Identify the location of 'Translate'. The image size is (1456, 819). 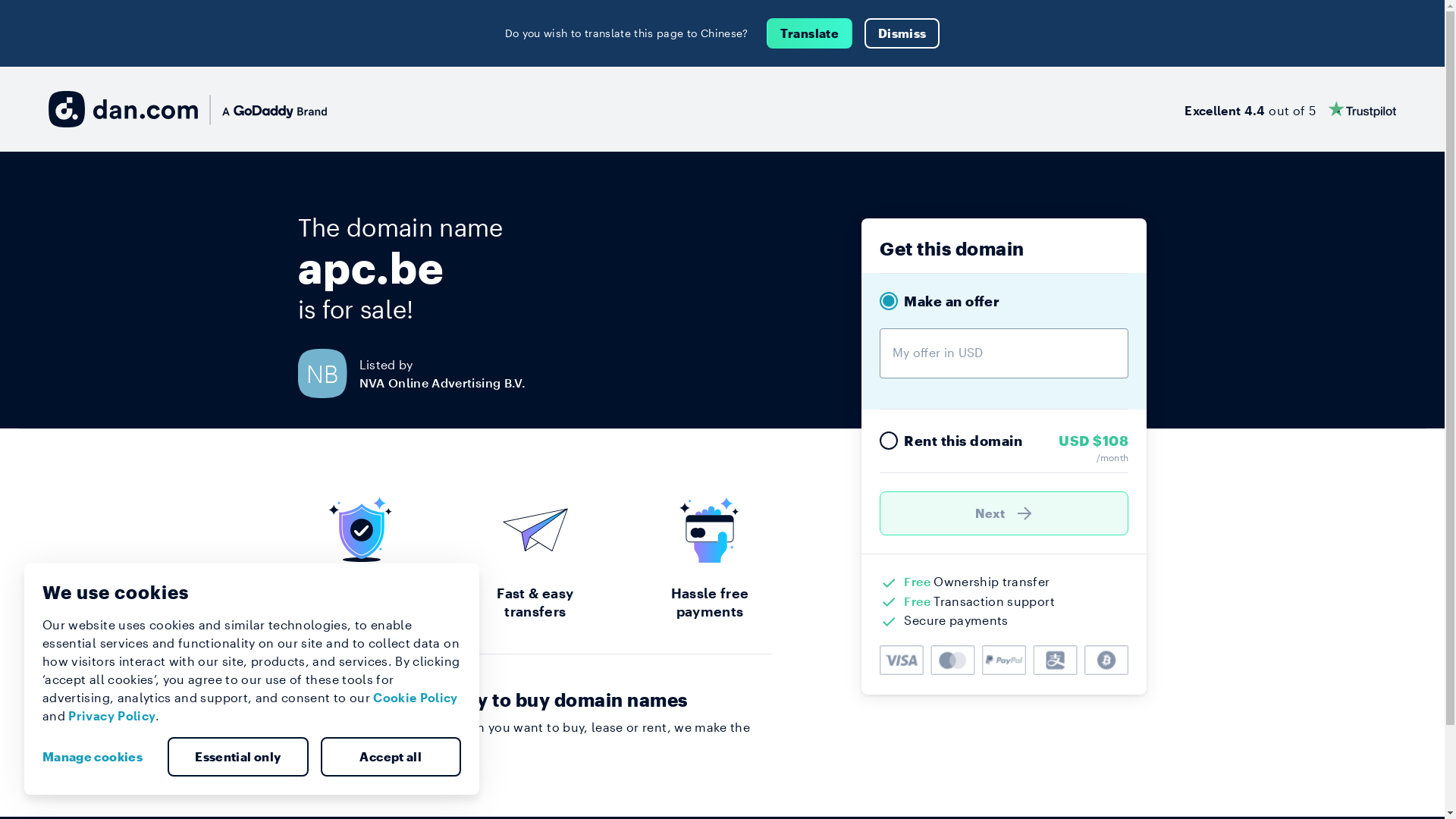
(808, 33).